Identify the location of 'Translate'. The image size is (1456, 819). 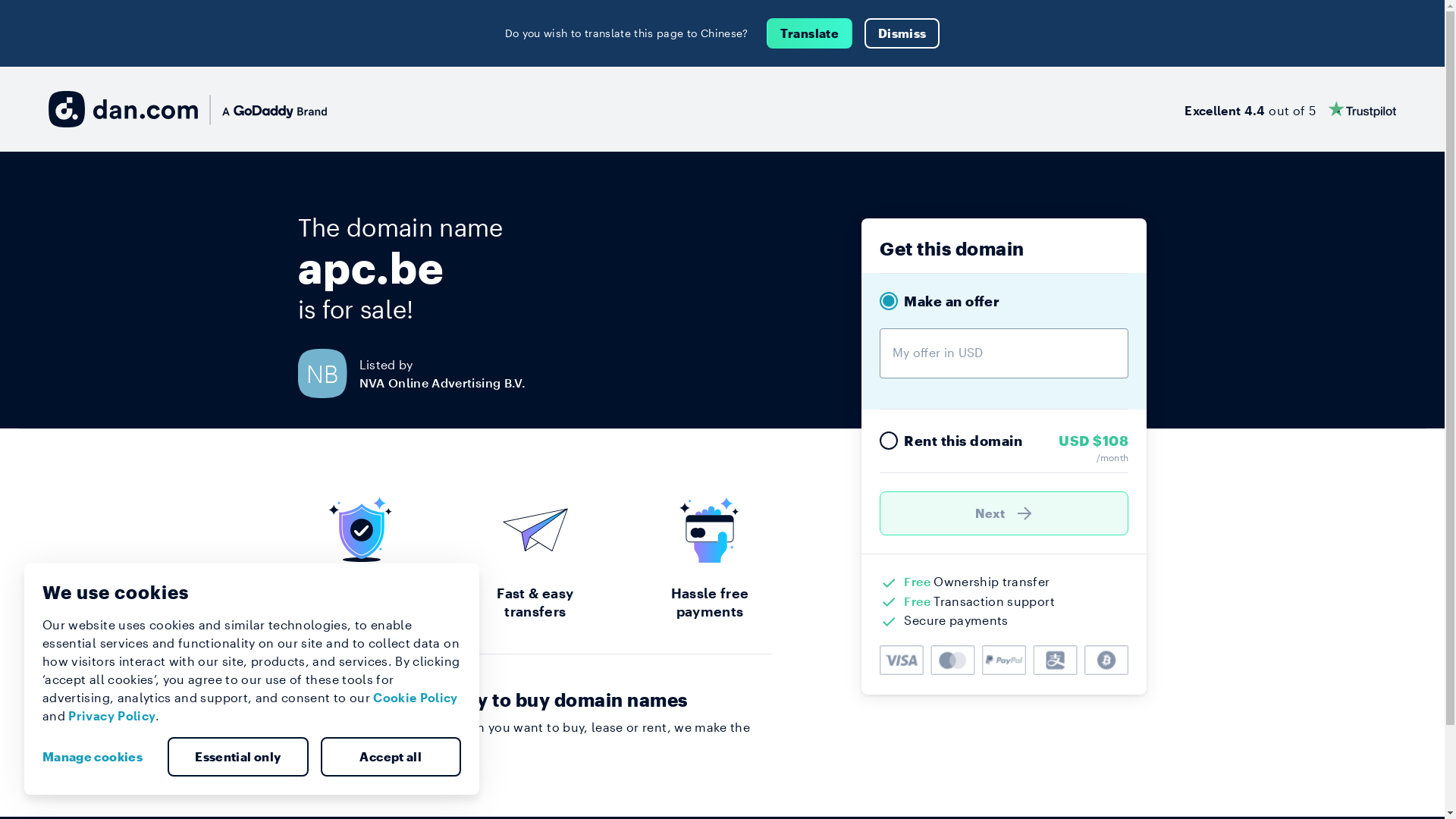
(808, 33).